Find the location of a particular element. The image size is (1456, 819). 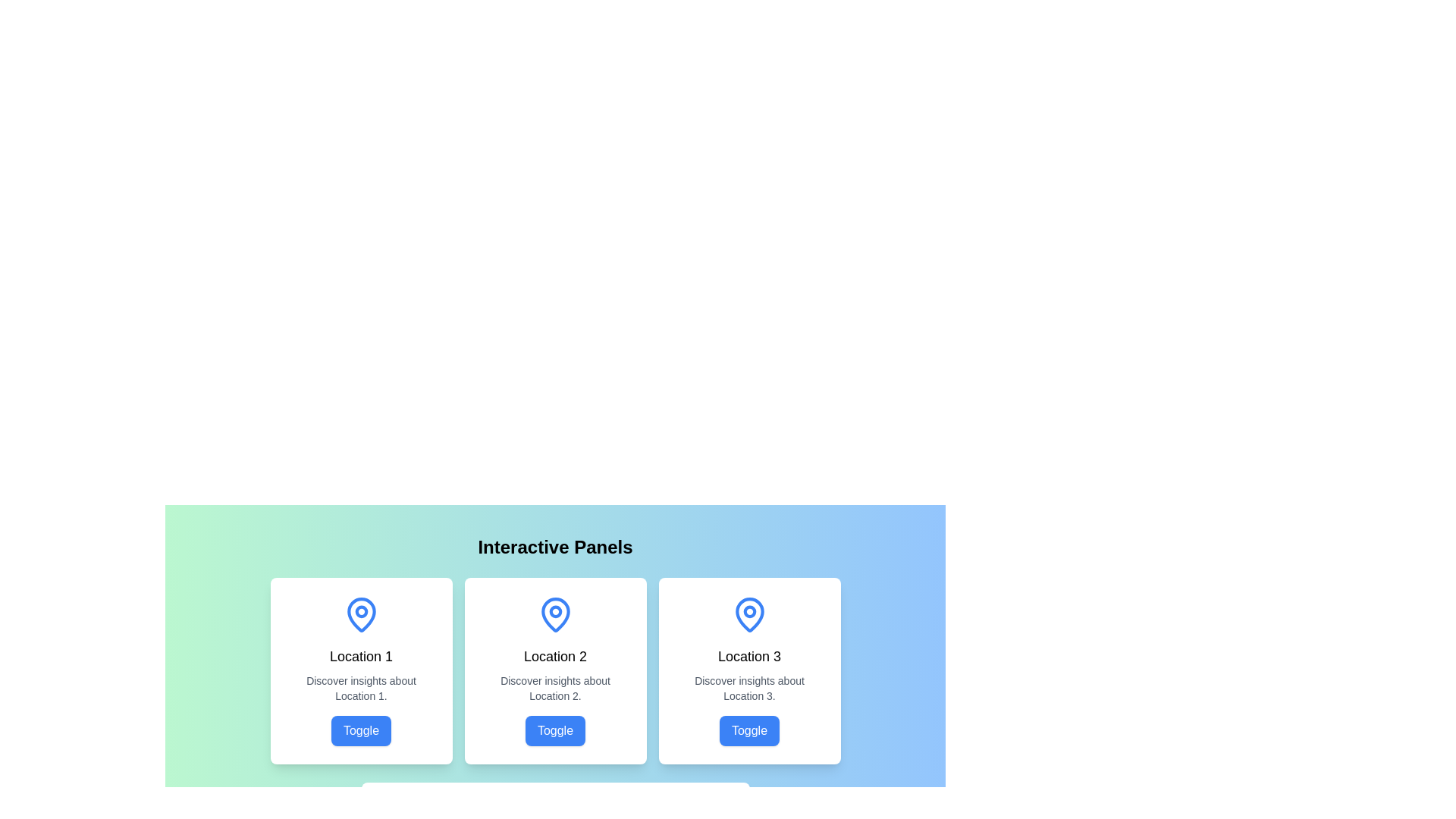

the button located at the bottom-center of the 'Location 1' panel is located at coordinates (360, 730).